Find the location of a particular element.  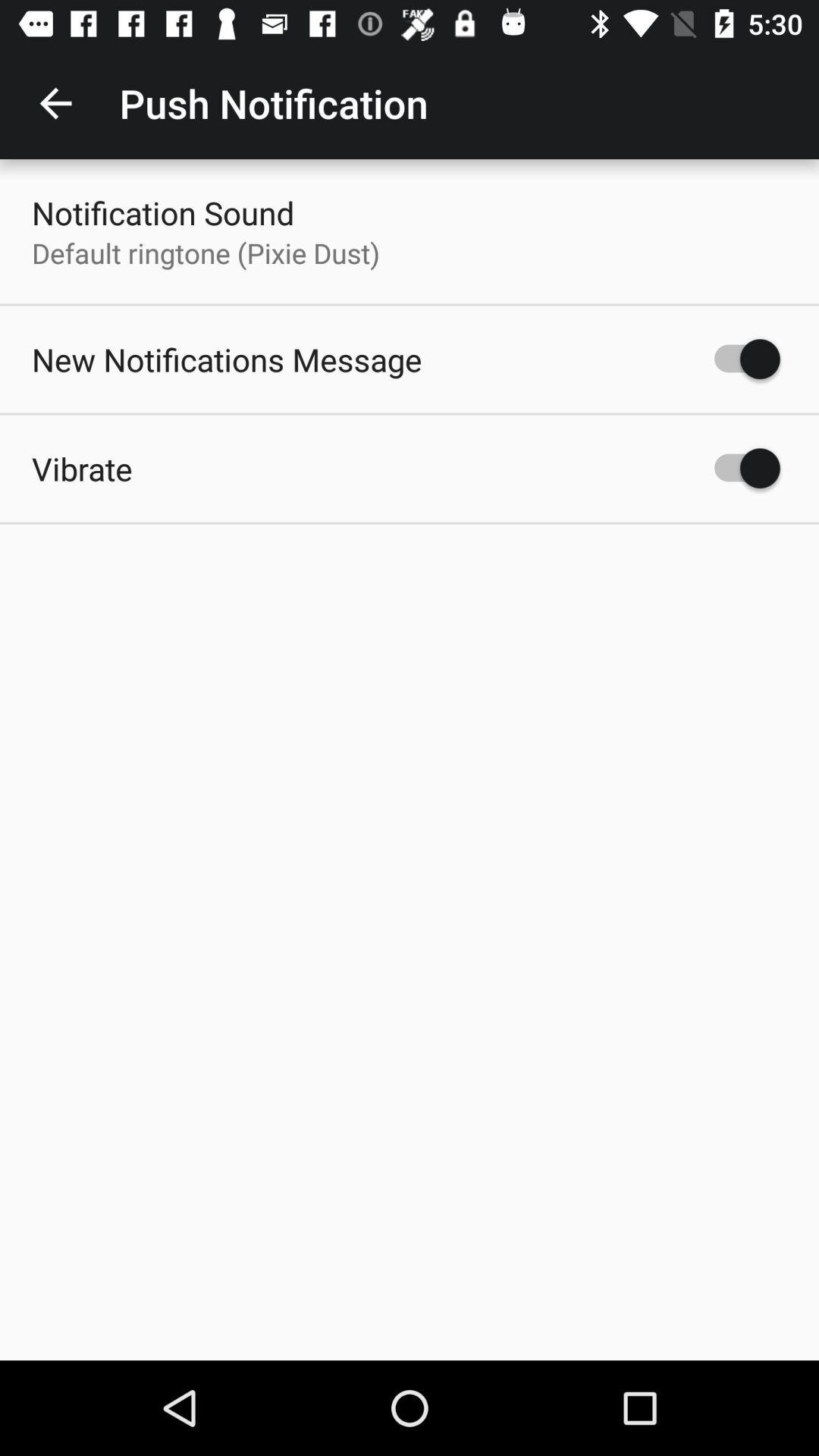

item above the vibrate icon is located at coordinates (227, 359).